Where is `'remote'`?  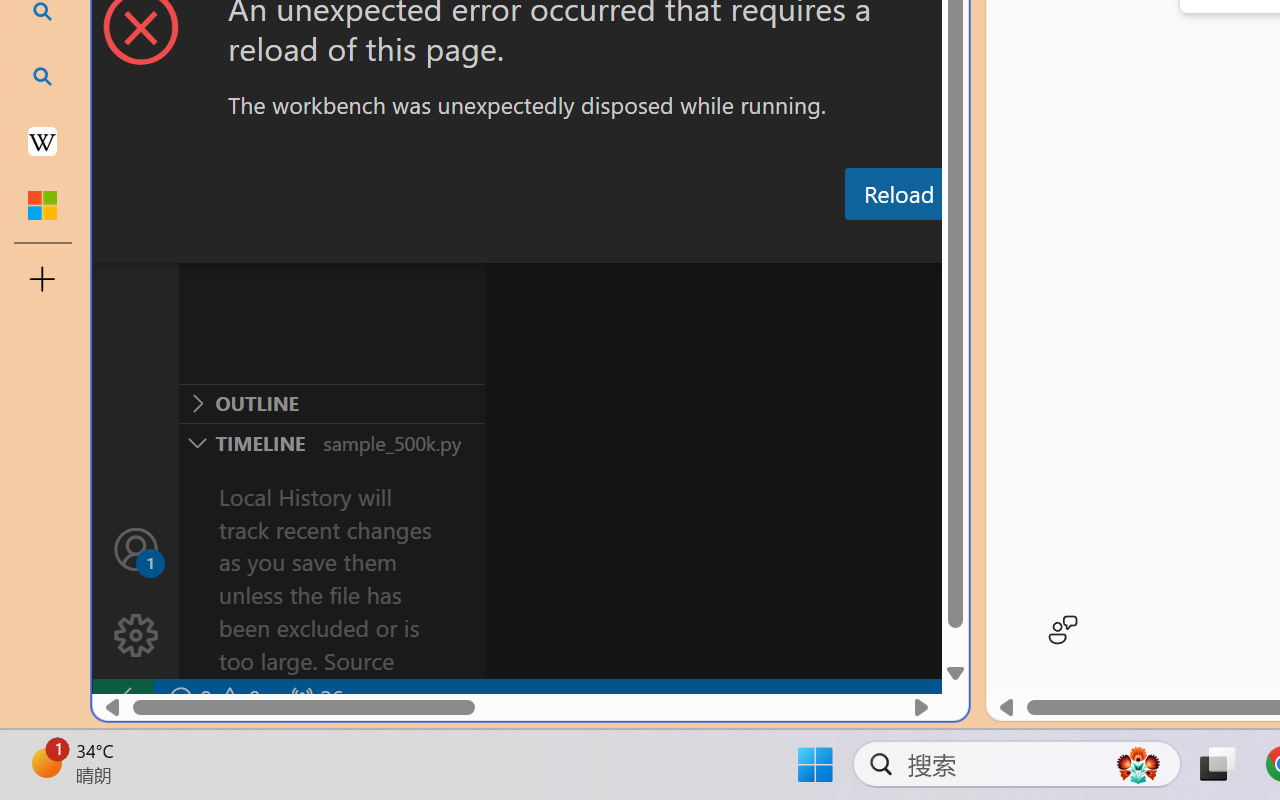 'remote' is located at coordinates (121, 698).